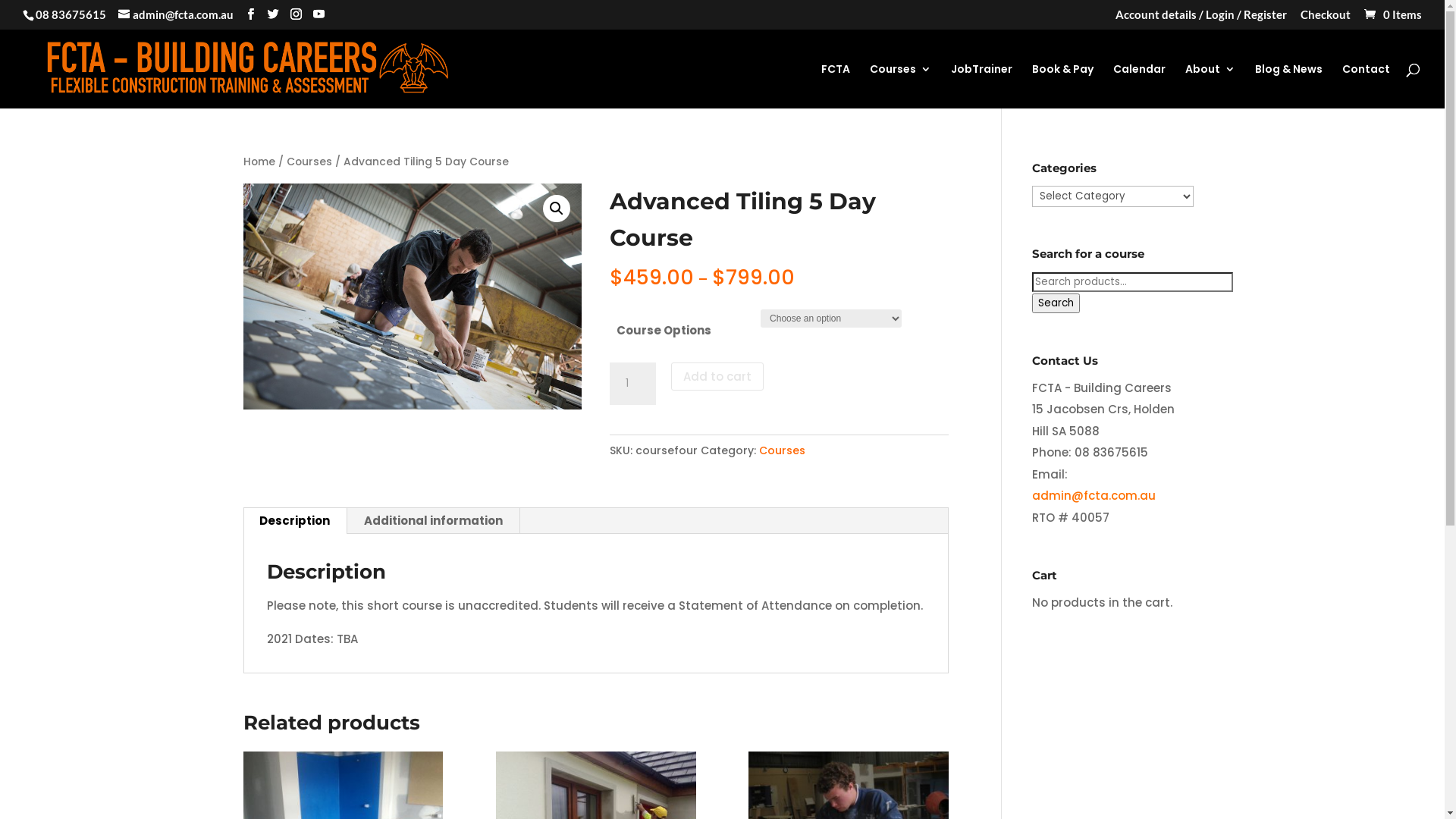 This screenshot has height=819, width=1456. What do you see at coordinates (716, 375) in the screenshot?
I see `'Add to cart'` at bounding box center [716, 375].